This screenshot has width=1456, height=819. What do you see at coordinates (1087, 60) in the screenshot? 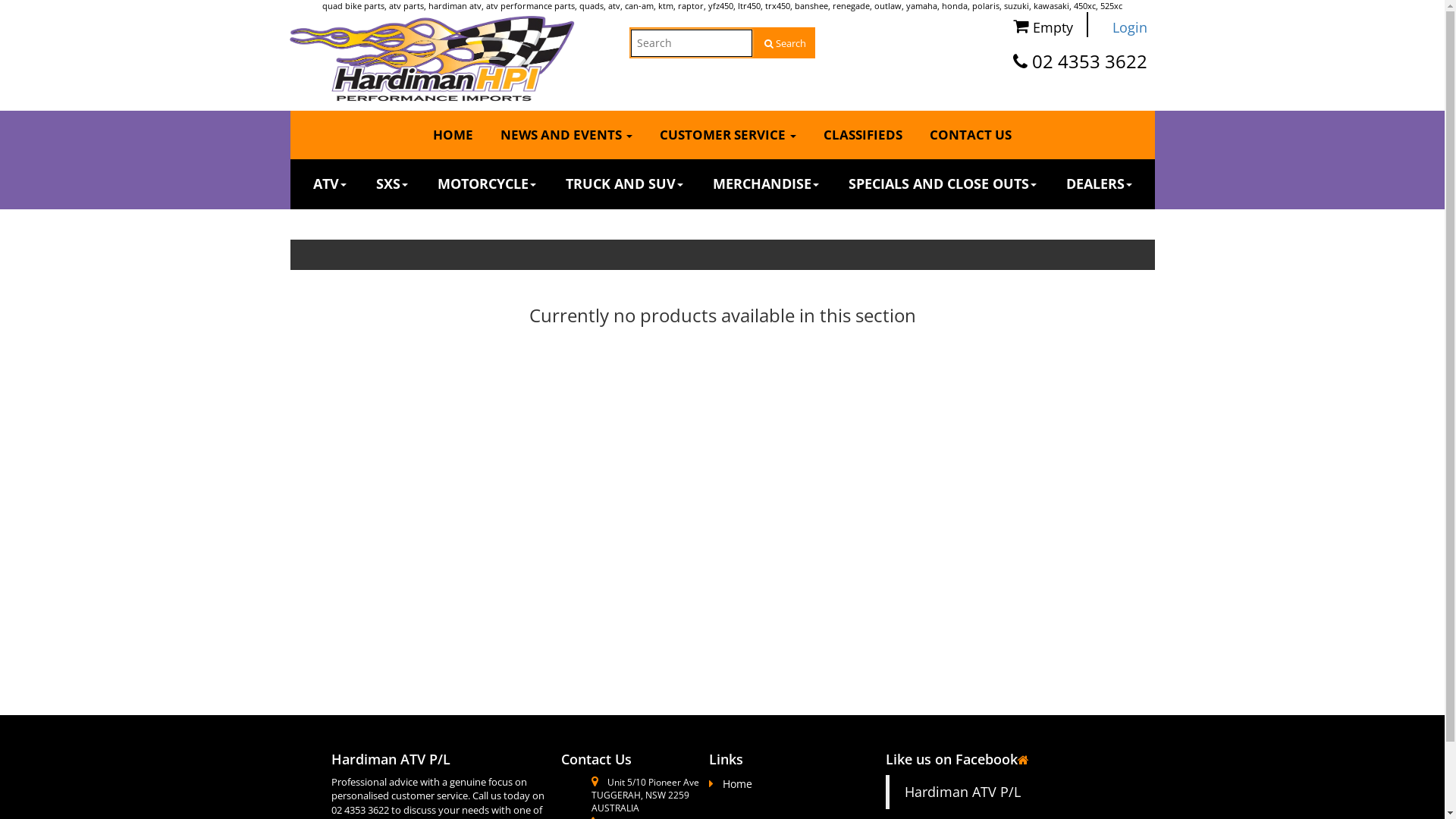
I see `'02 4353 3622'` at bounding box center [1087, 60].